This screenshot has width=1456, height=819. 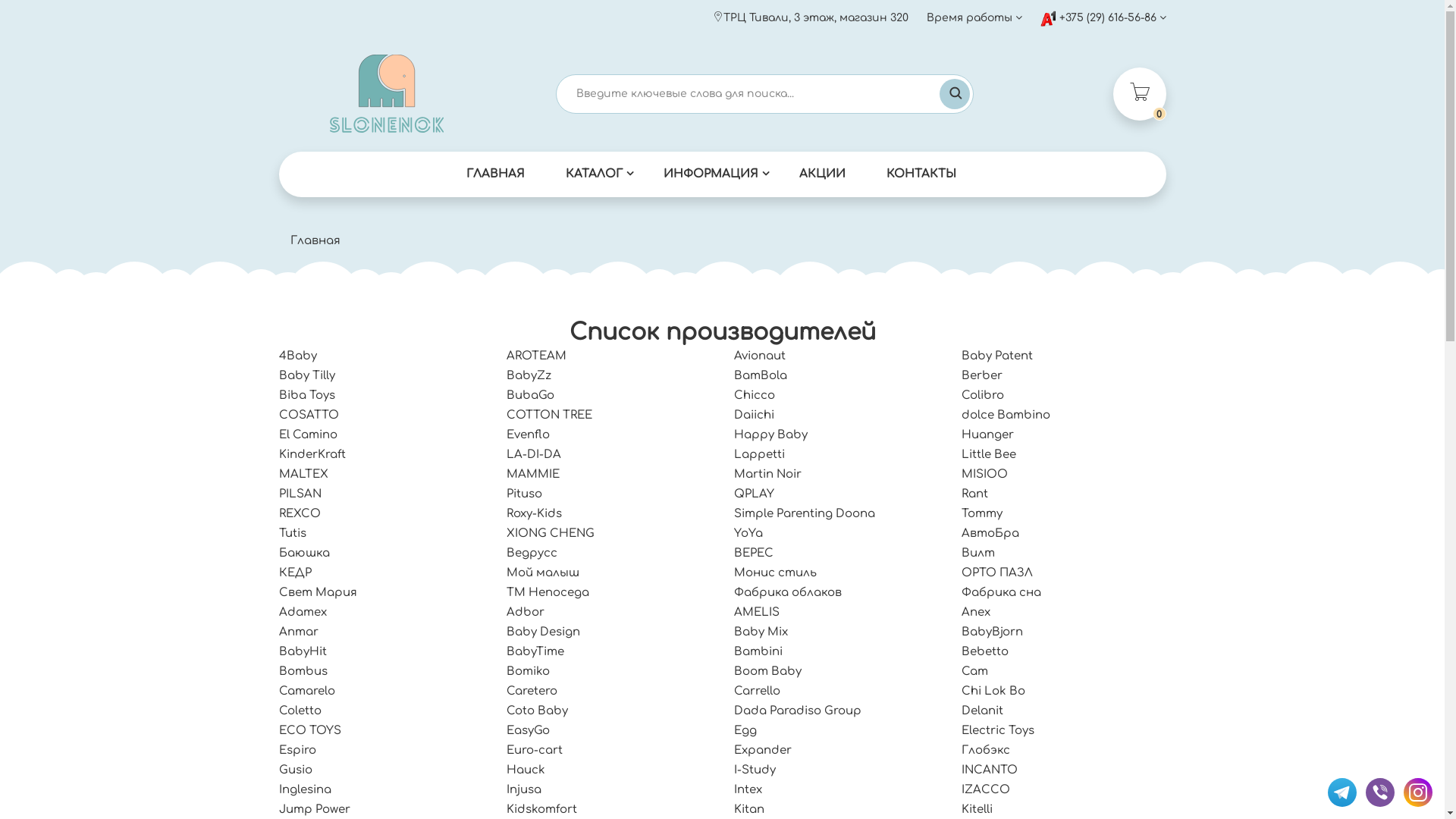 I want to click on '4Baby', so click(x=298, y=356).